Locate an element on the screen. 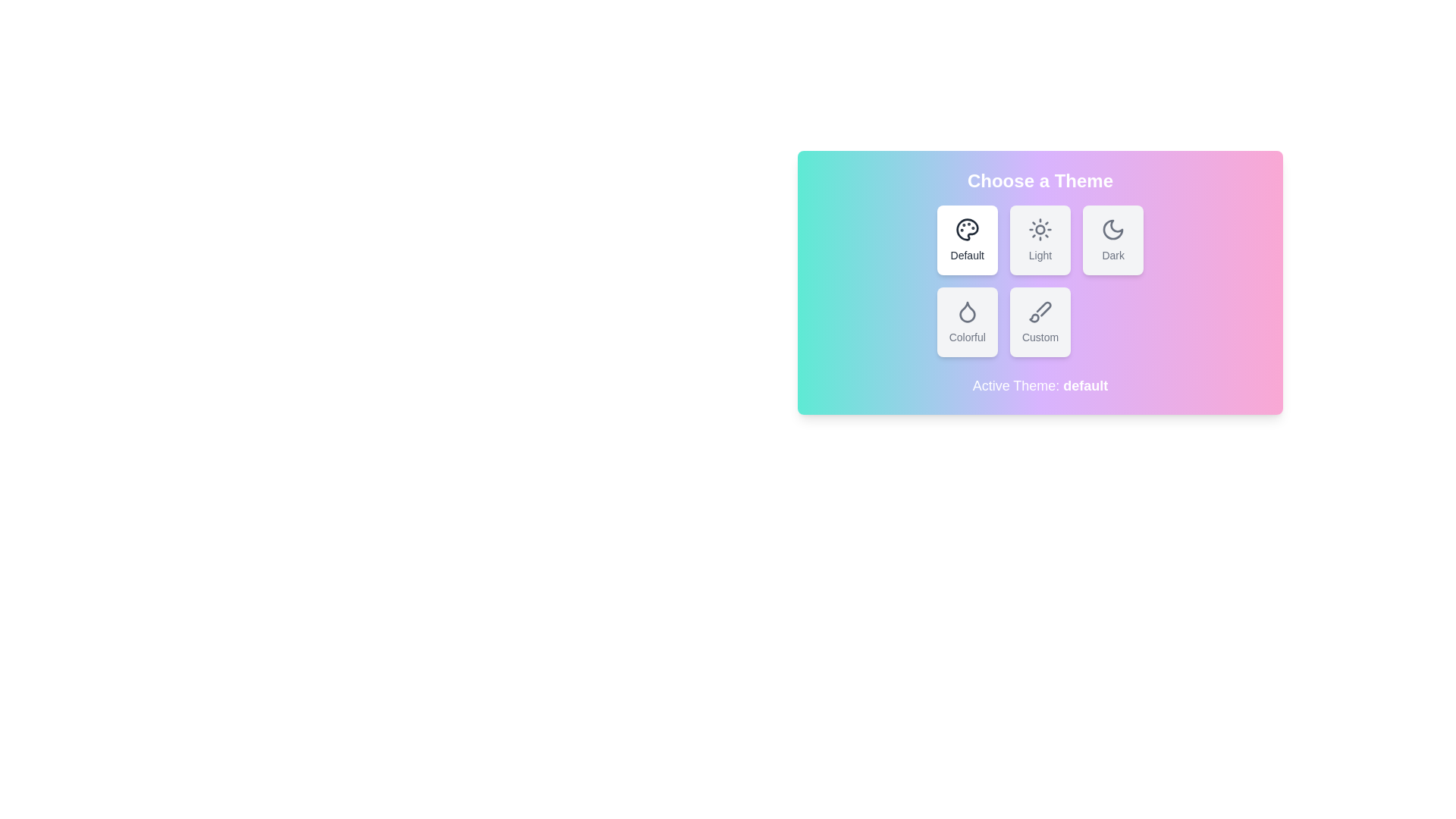 The width and height of the screenshot is (1456, 819). the theme dark by clicking the corresponding button is located at coordinates (1113, 239).